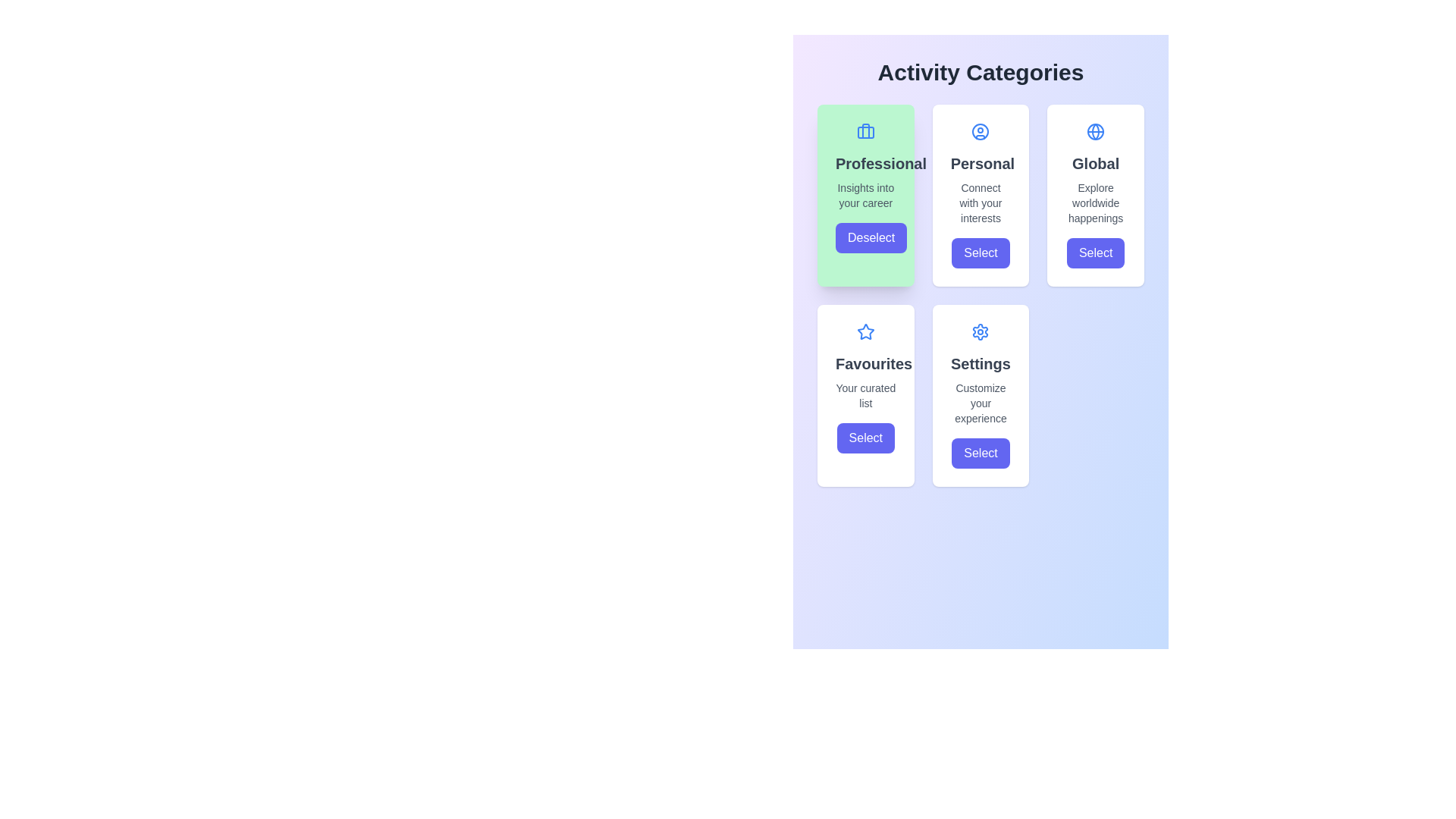 The image size is (1456, 819). What do you see at coordinates (865, 331) in the screenshot?
I see `the favorites icon located above the 'Favourites' text, centrally aligned within the 'Favourites' card` at bounding box center [865, 331].